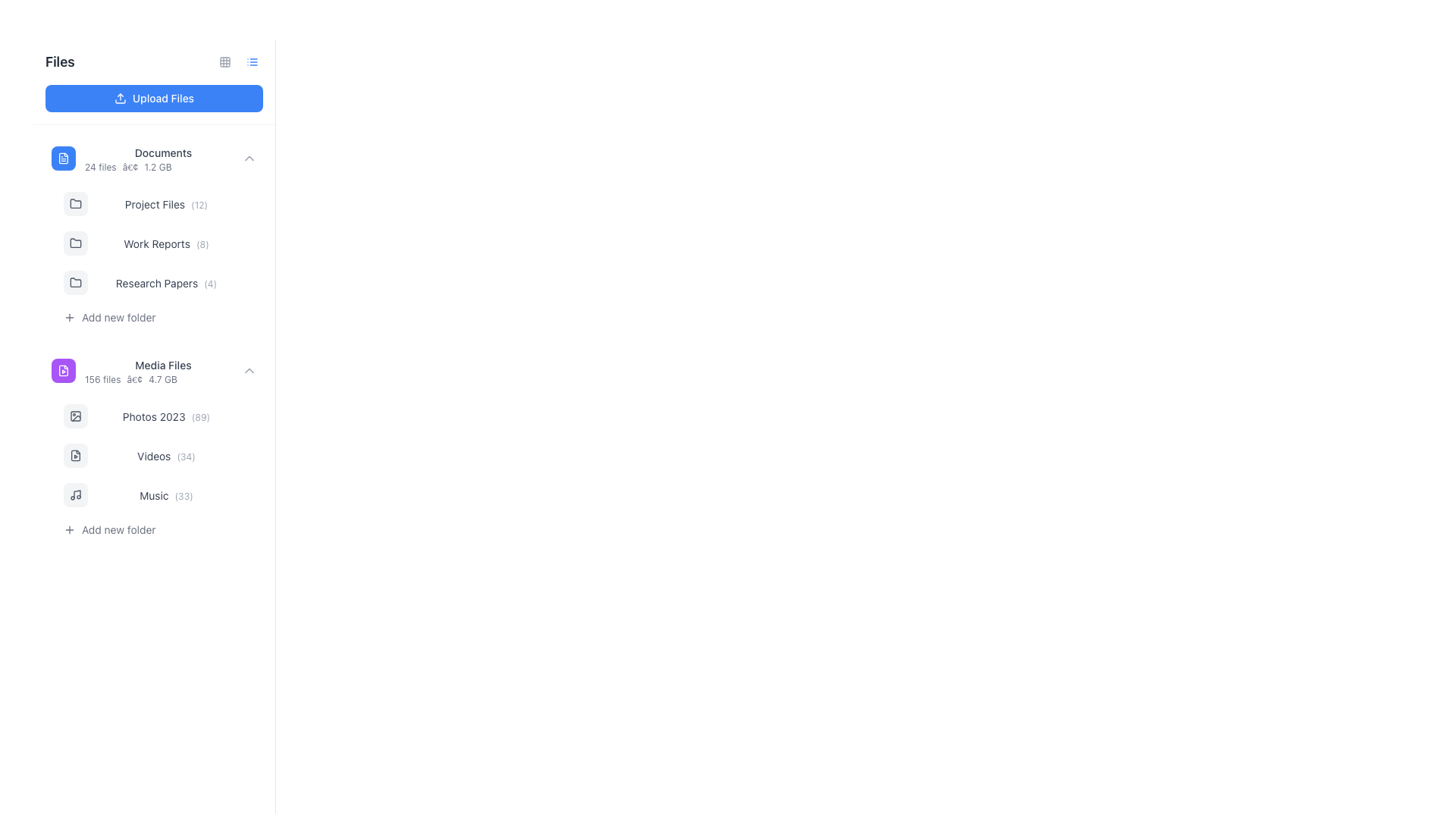  What do you see at coordinates (75, 455) in the screenshot?
I see `the 'Videos' folder icon located in the left navigation menu, under the 'Media Files' group` at bounding box center [75, 455].